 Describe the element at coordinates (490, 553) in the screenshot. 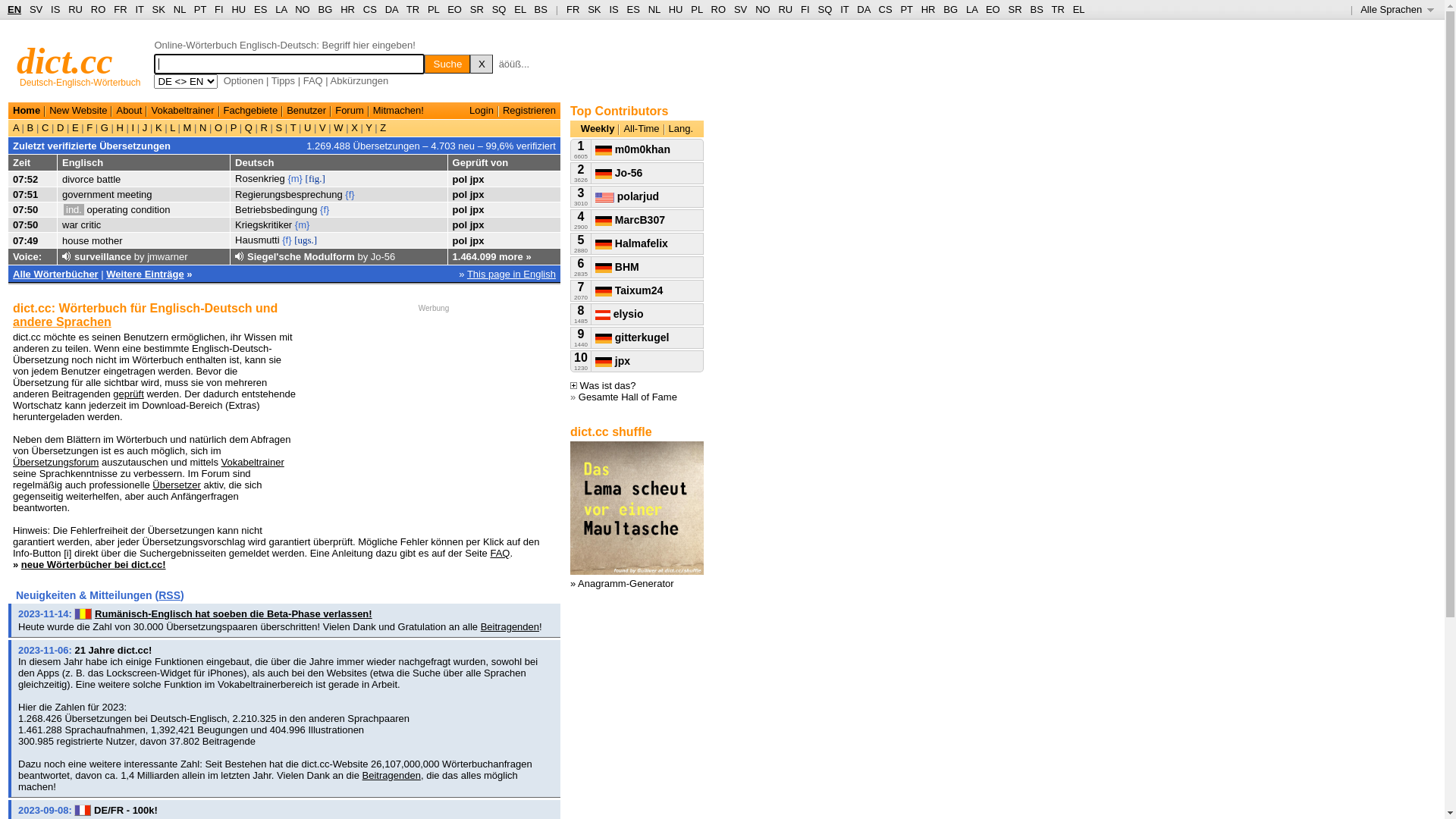

I see `'FAQ'` at that location.